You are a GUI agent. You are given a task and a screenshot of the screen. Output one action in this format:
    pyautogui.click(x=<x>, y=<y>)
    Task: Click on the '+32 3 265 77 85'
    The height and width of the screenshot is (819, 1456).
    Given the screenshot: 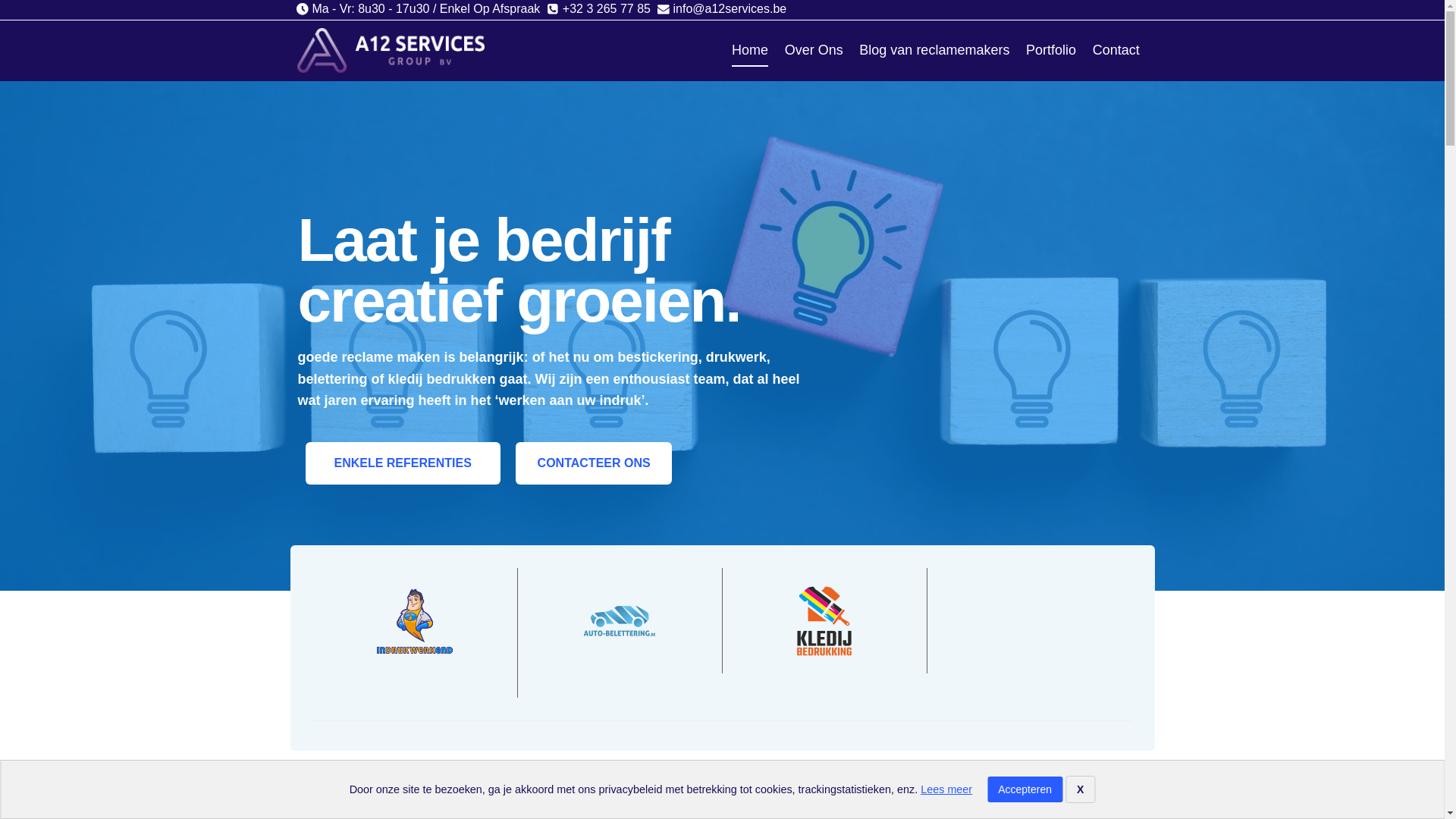 What is the action you would take?
    pyautogui.click(x=598, y=9)
    